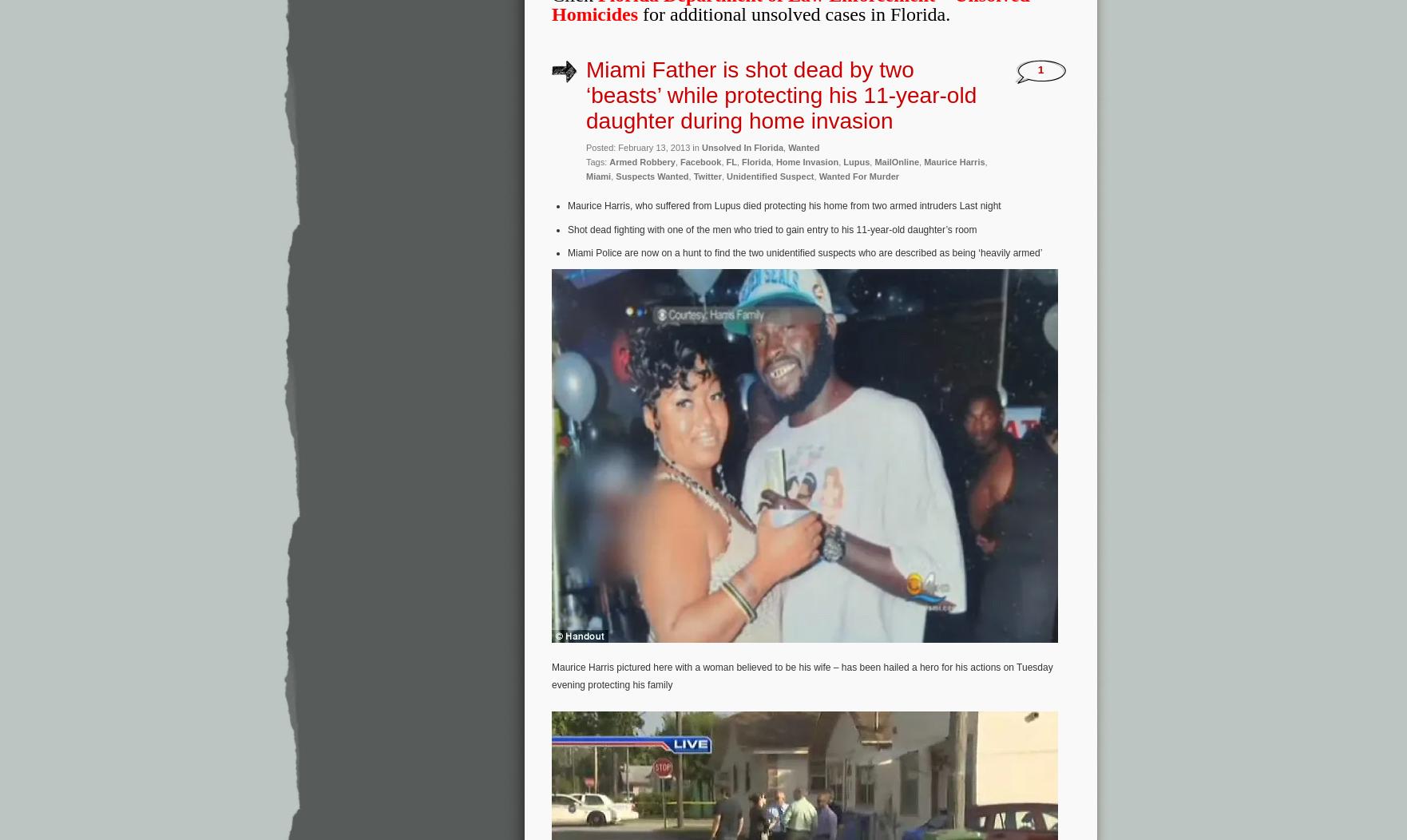 The height and width of the screenshot is (840, 1407). I want to click on 'Suspects Wanted', so click(651, 175).